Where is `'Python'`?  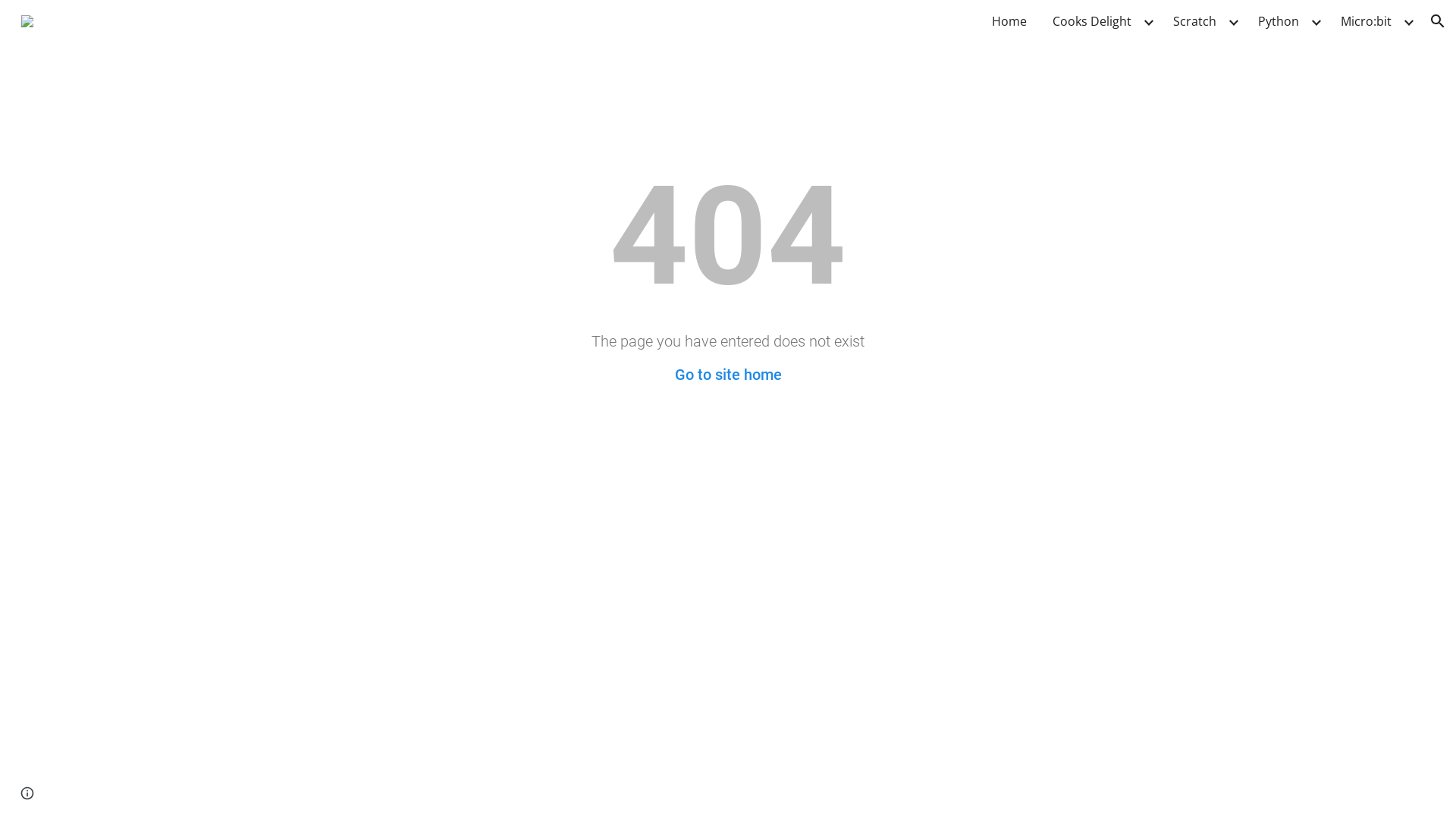
'Python' is located at coordinates (1277, 20).